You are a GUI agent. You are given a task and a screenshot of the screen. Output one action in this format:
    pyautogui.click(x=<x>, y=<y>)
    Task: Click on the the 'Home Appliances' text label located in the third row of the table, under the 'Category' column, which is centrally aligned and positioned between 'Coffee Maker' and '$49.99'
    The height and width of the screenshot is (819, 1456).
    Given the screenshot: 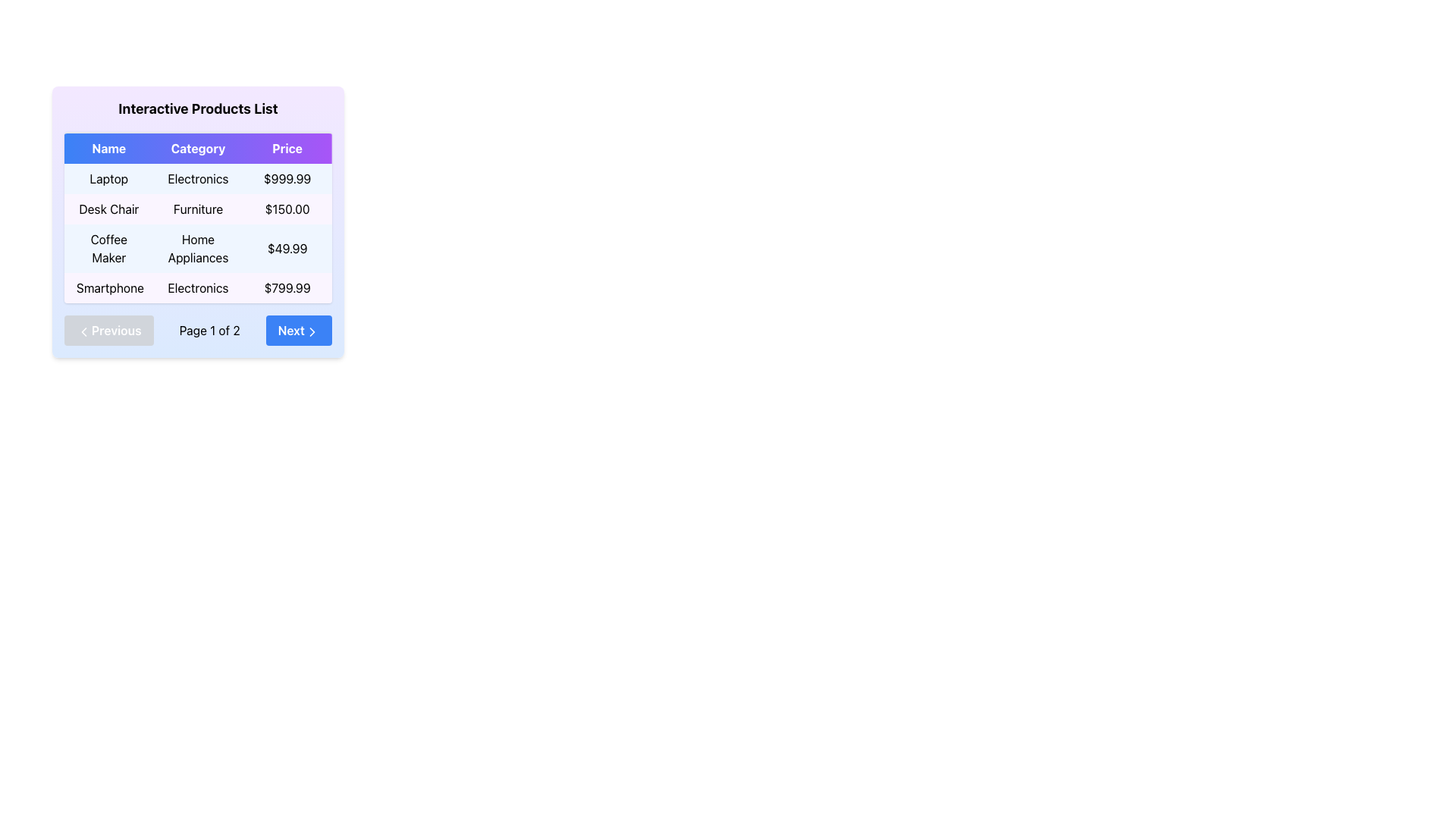 What is the action you would take?
    pyautogui.click(x=197, y=247)
    